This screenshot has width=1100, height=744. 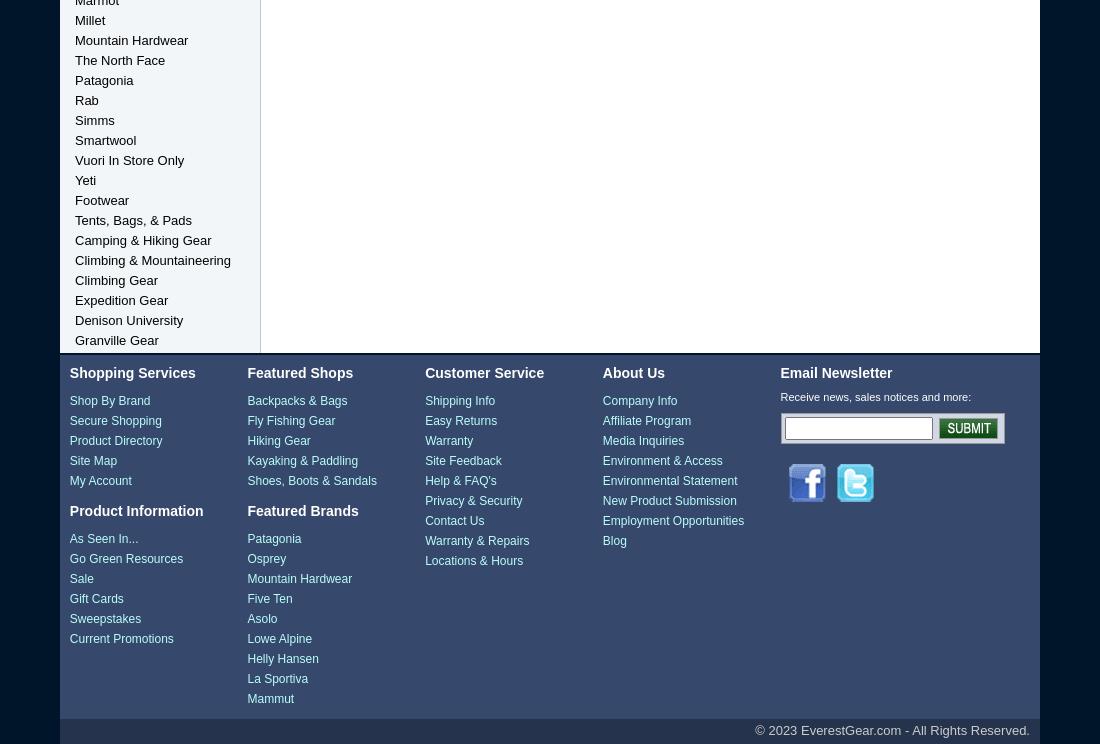 What do you see at coordinates (101, 200) in the screenshot?
I see `'Footwear'` at bounding box center [101, 200].